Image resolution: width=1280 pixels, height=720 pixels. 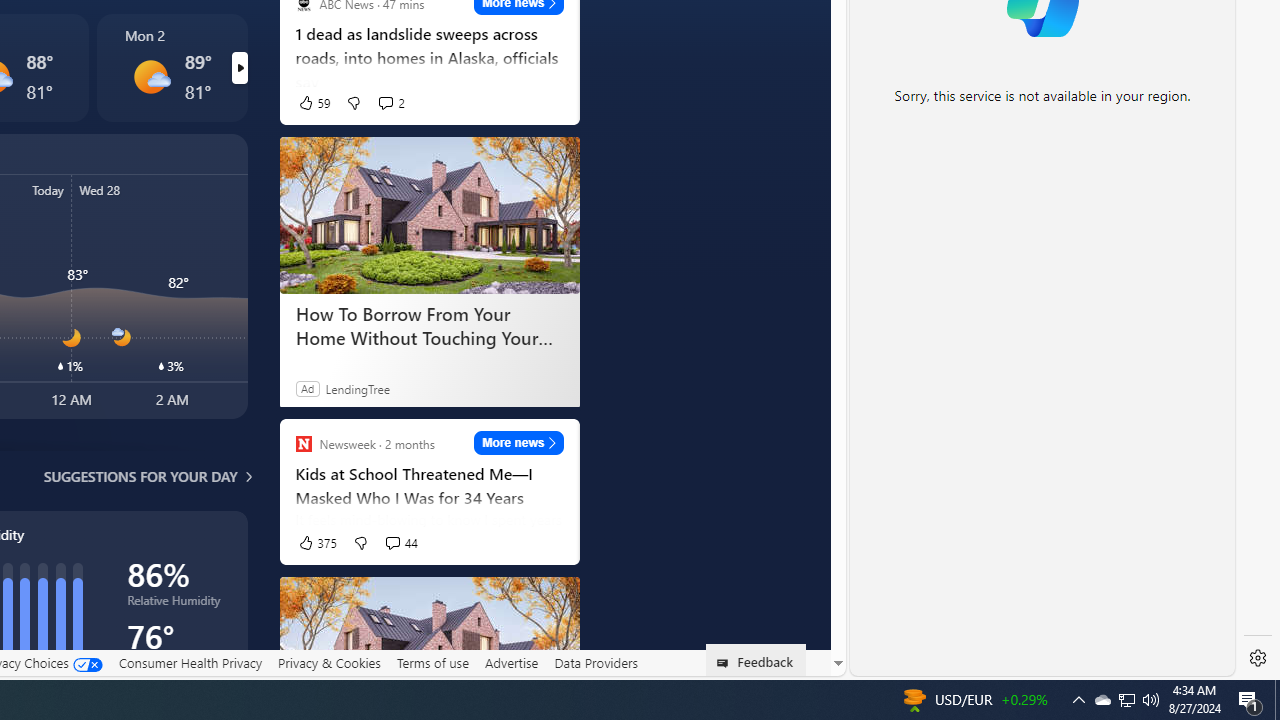 I want to click on 'Feedback', so click(x=755, y=659).